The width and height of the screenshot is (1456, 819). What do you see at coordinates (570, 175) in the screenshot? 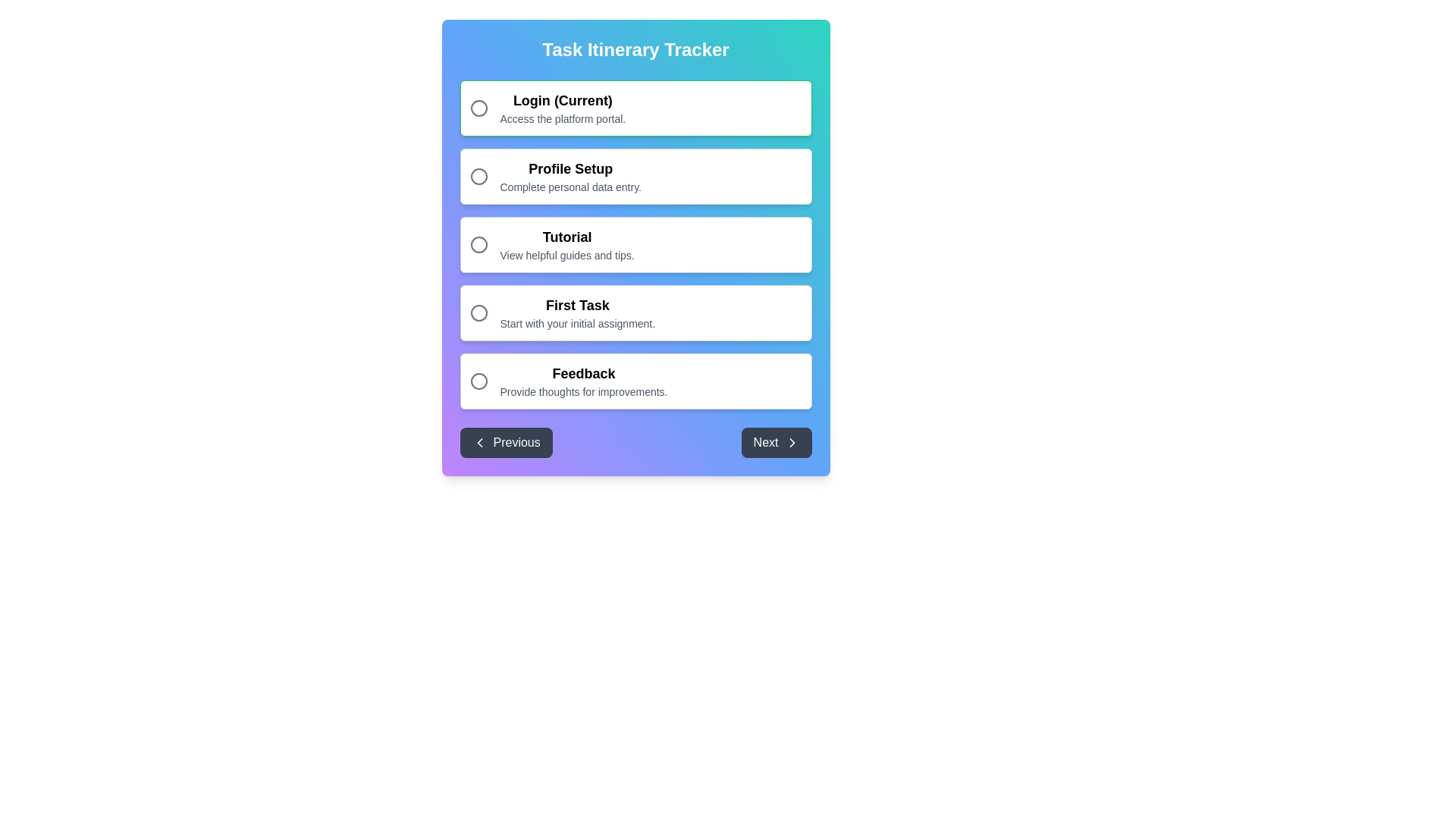
I see `information presented in the second list item of the task tracker interface, which indicates the stage 'Profile Setup' and the action 'Complete personal data entry.'` at bounding box center [570, 175].